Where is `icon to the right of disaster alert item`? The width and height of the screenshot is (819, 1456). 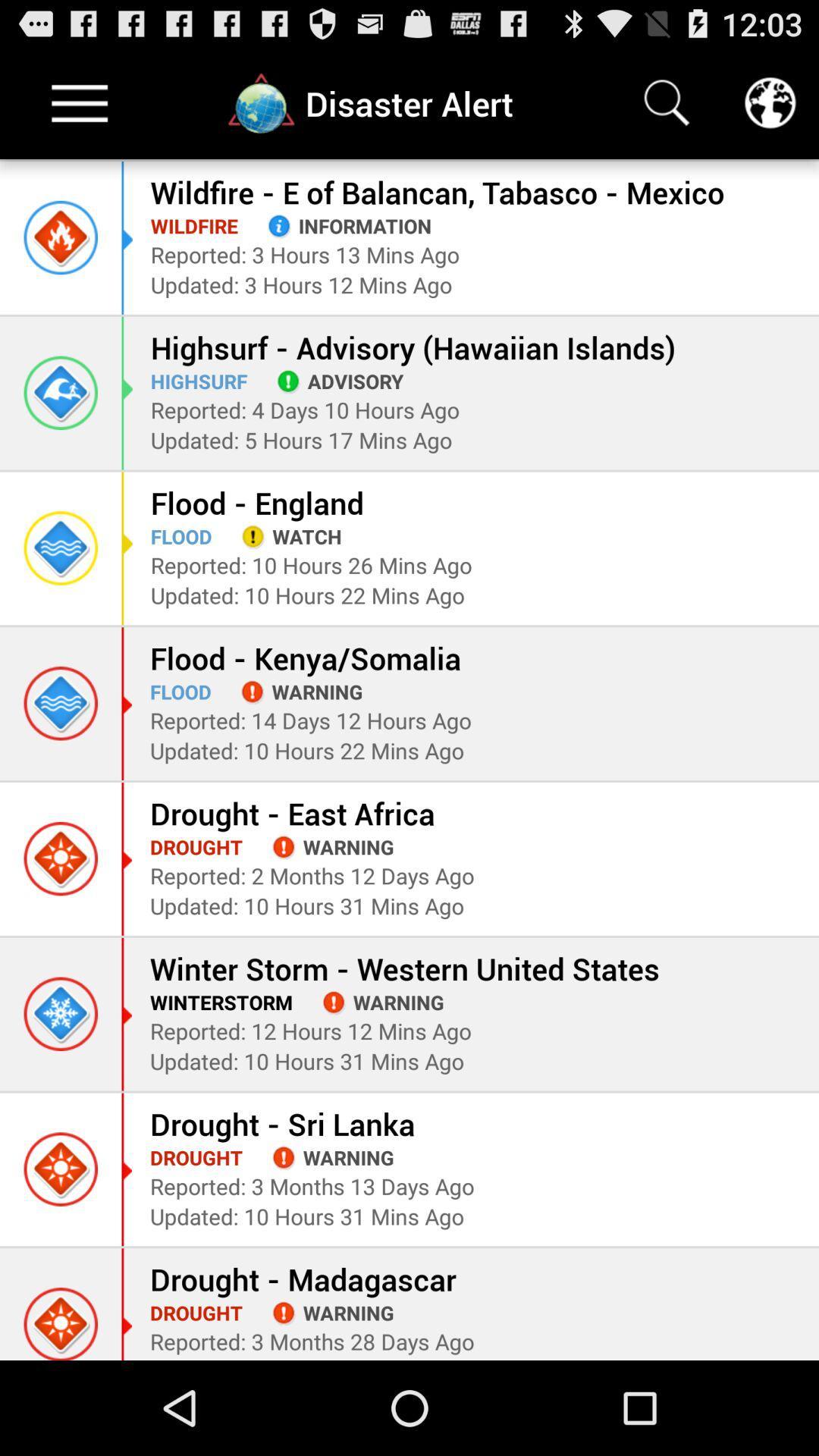 icon to the right of disaster alert item is located at coordinates (666, 102).